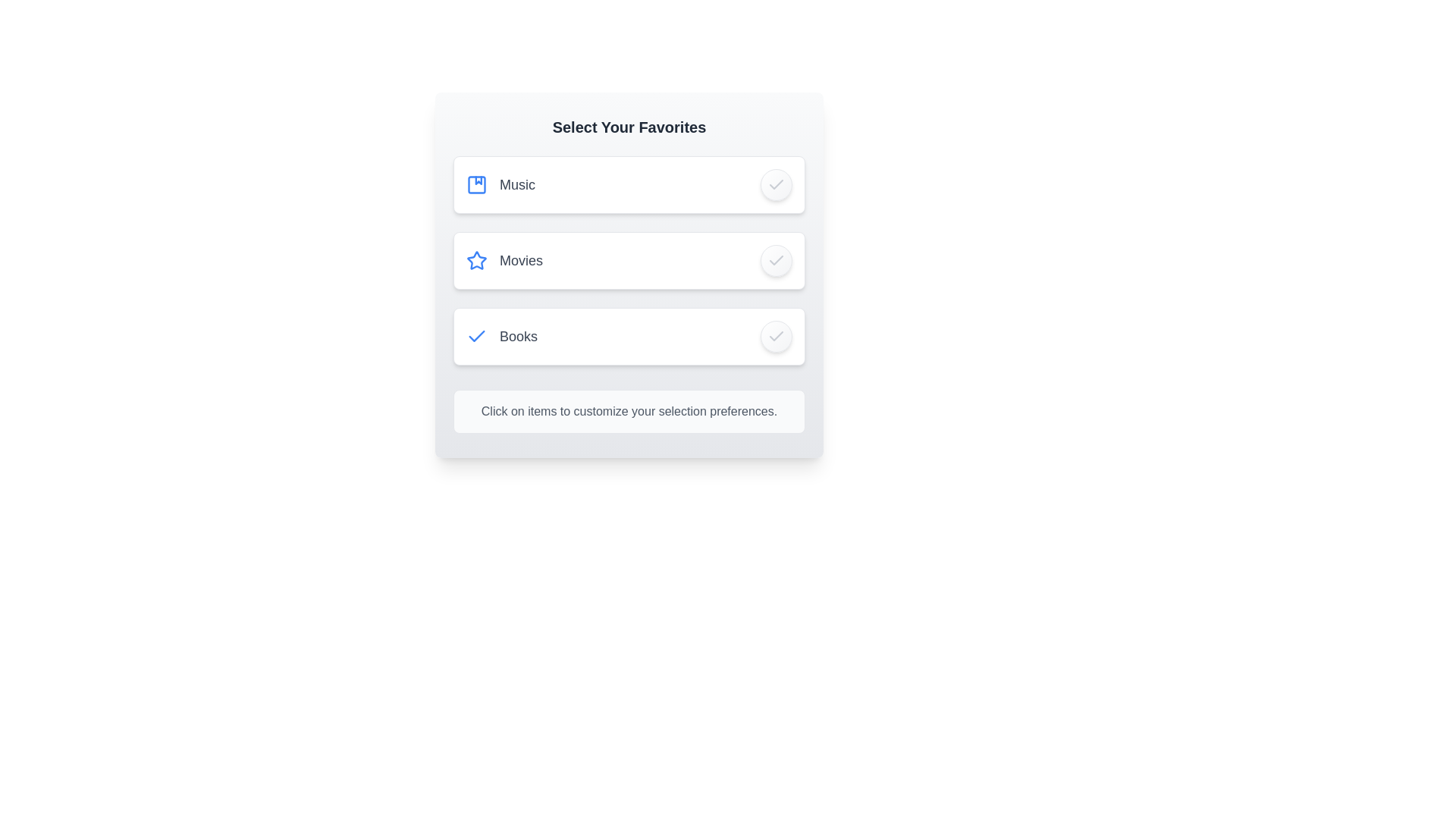 The image size is (1456, 819). Describe the element at coordinates (629, 259) in the screenshot. I see `the second option row labeled 'Movies' in the vertically stacked option list` at that location.